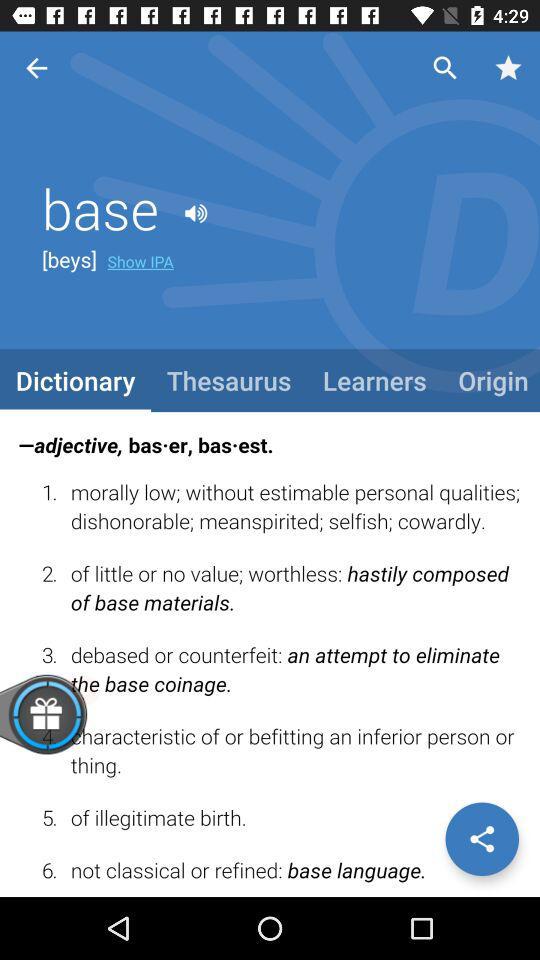  I want to click on the icon which is at the bottom right corner, so click(481, 839).